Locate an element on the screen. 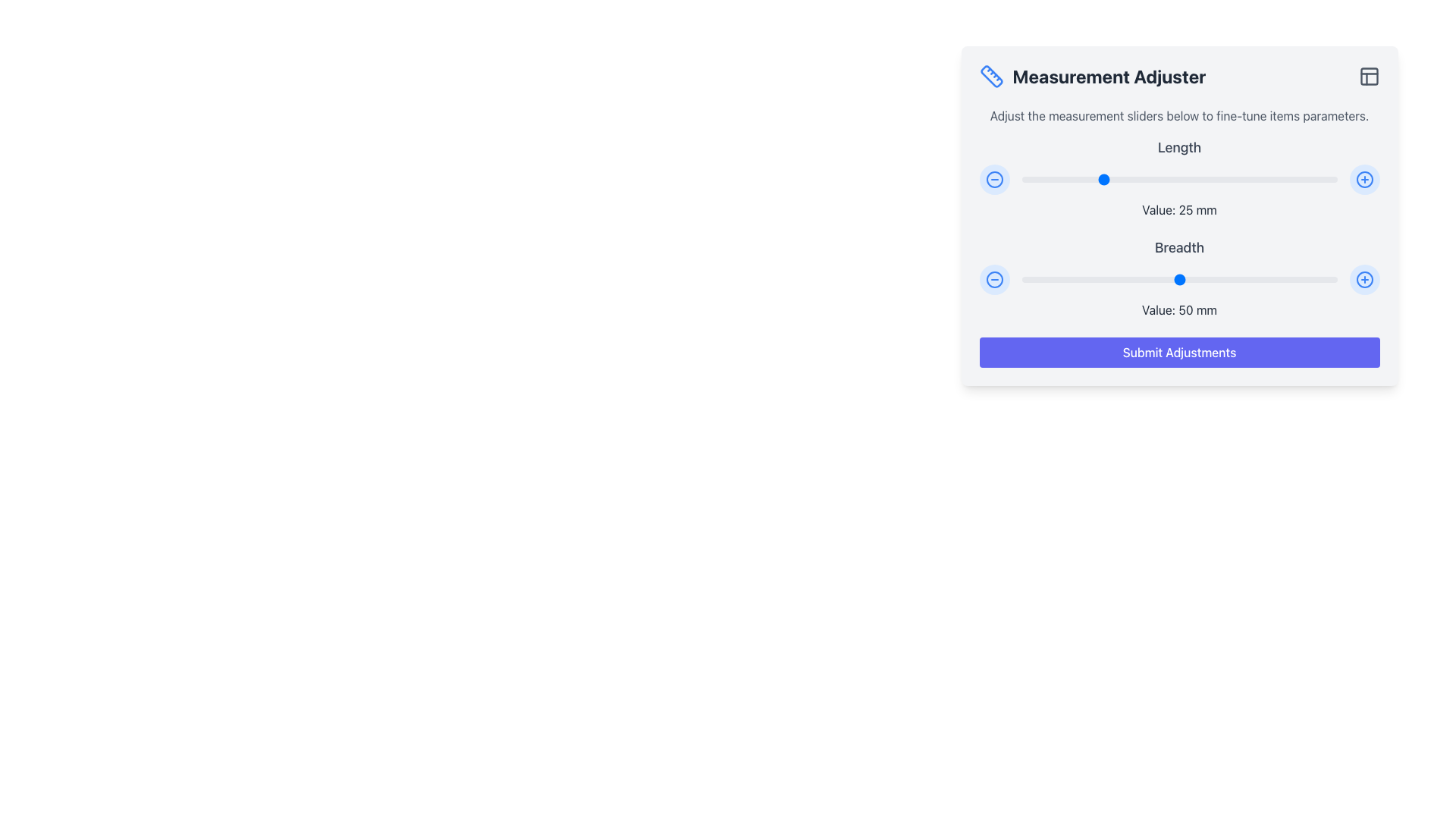  the length value is located at coordinates (1311, 178).